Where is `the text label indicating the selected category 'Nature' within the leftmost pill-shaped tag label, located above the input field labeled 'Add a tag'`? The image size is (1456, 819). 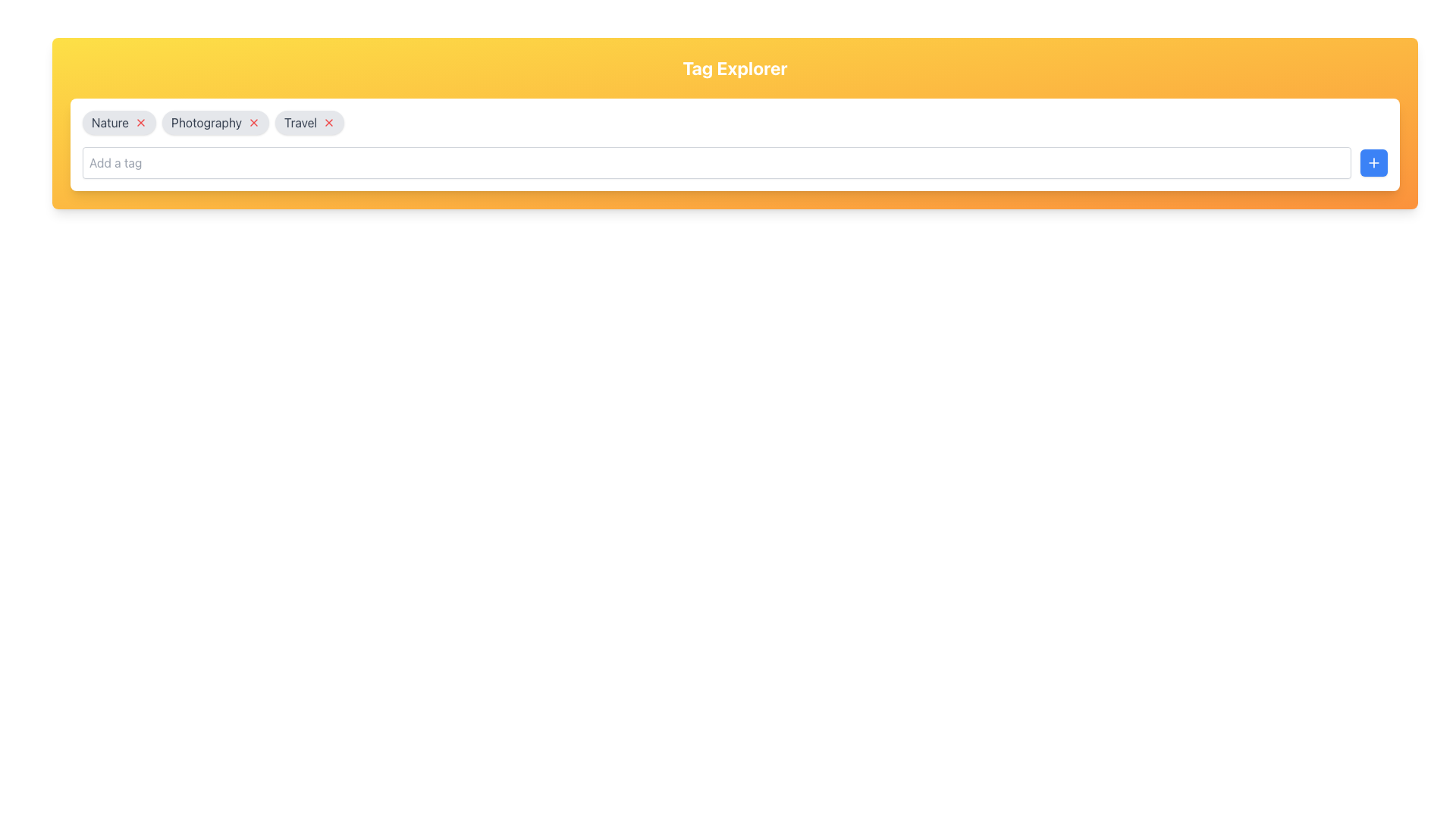 the text label indicating the selected category 'Nature' within the leftmost pill-shaped tag label, located above the input field labeled 'Add a tag' is located at coordinates (109, 122).